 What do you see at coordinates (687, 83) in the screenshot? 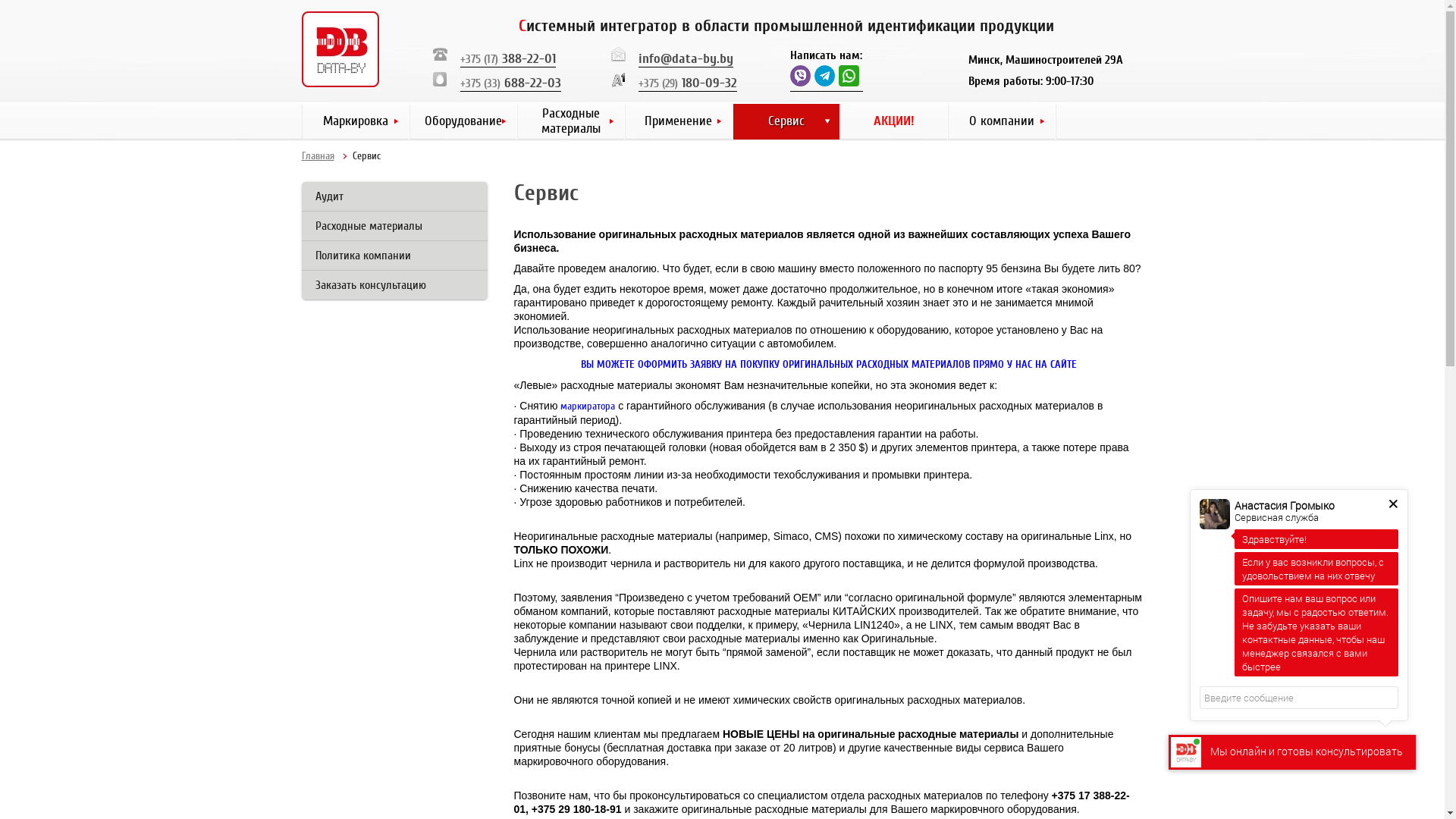
I see `'+375 (29) 180-09-32'` at bounding box center [687, 83].